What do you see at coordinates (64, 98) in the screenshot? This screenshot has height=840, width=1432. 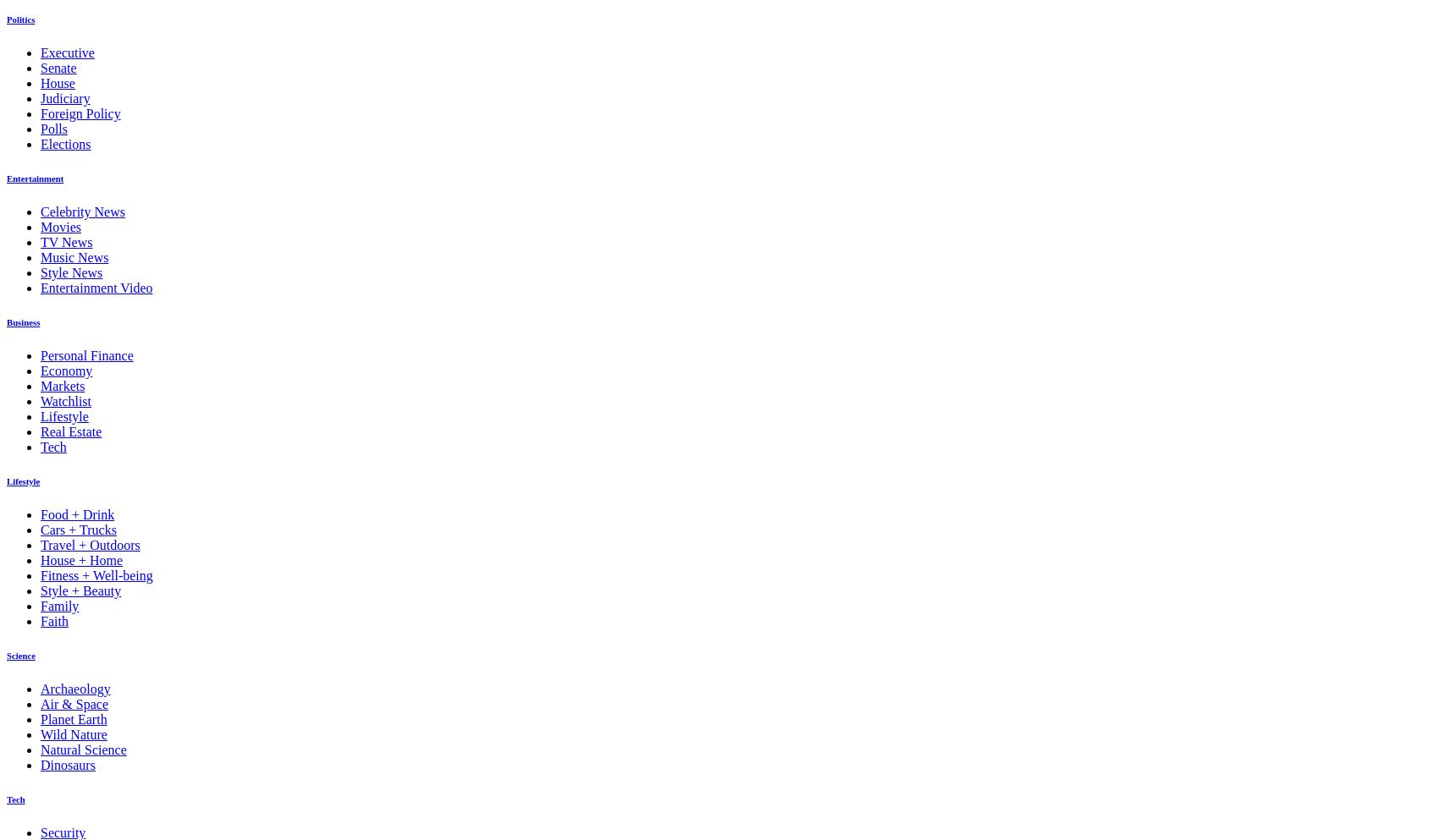 I see `'Judiciary'` at bounding box center [64, 98].